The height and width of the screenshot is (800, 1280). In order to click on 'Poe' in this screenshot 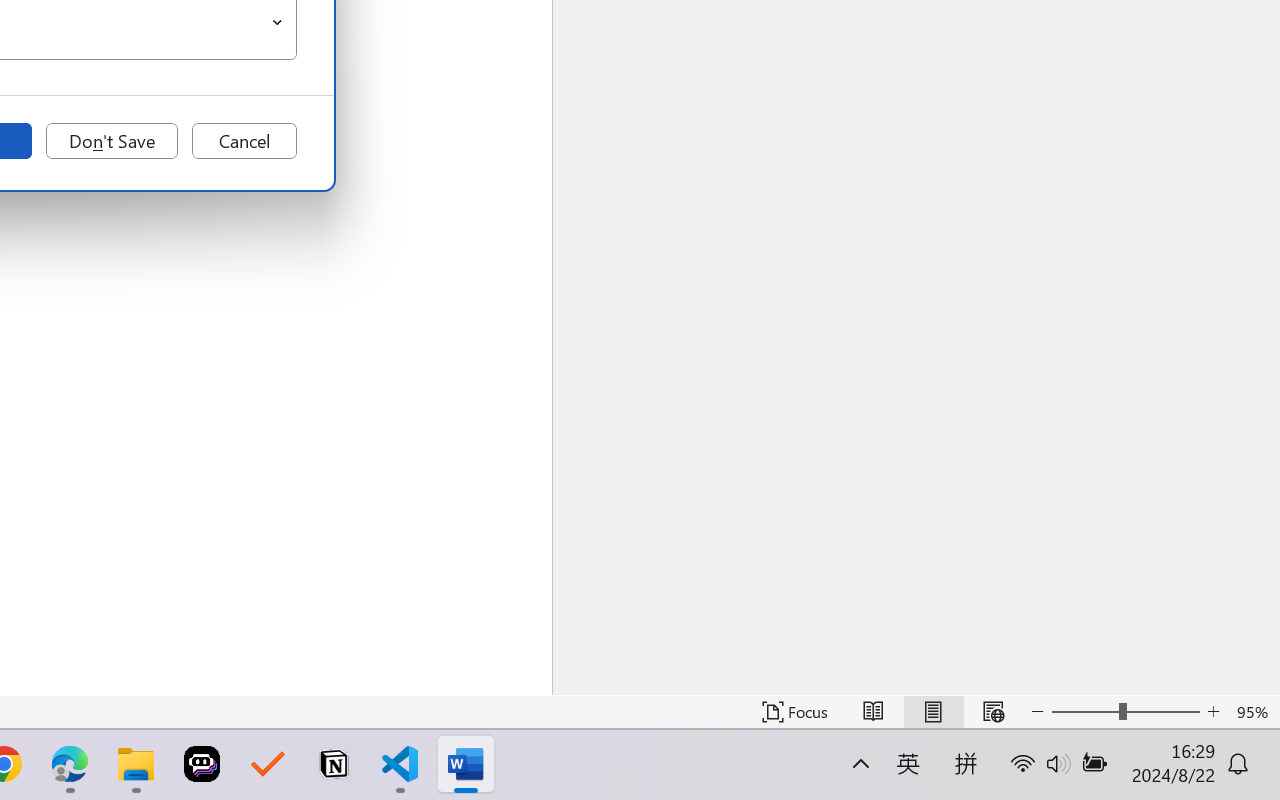, I will do `click(202, 764)`.